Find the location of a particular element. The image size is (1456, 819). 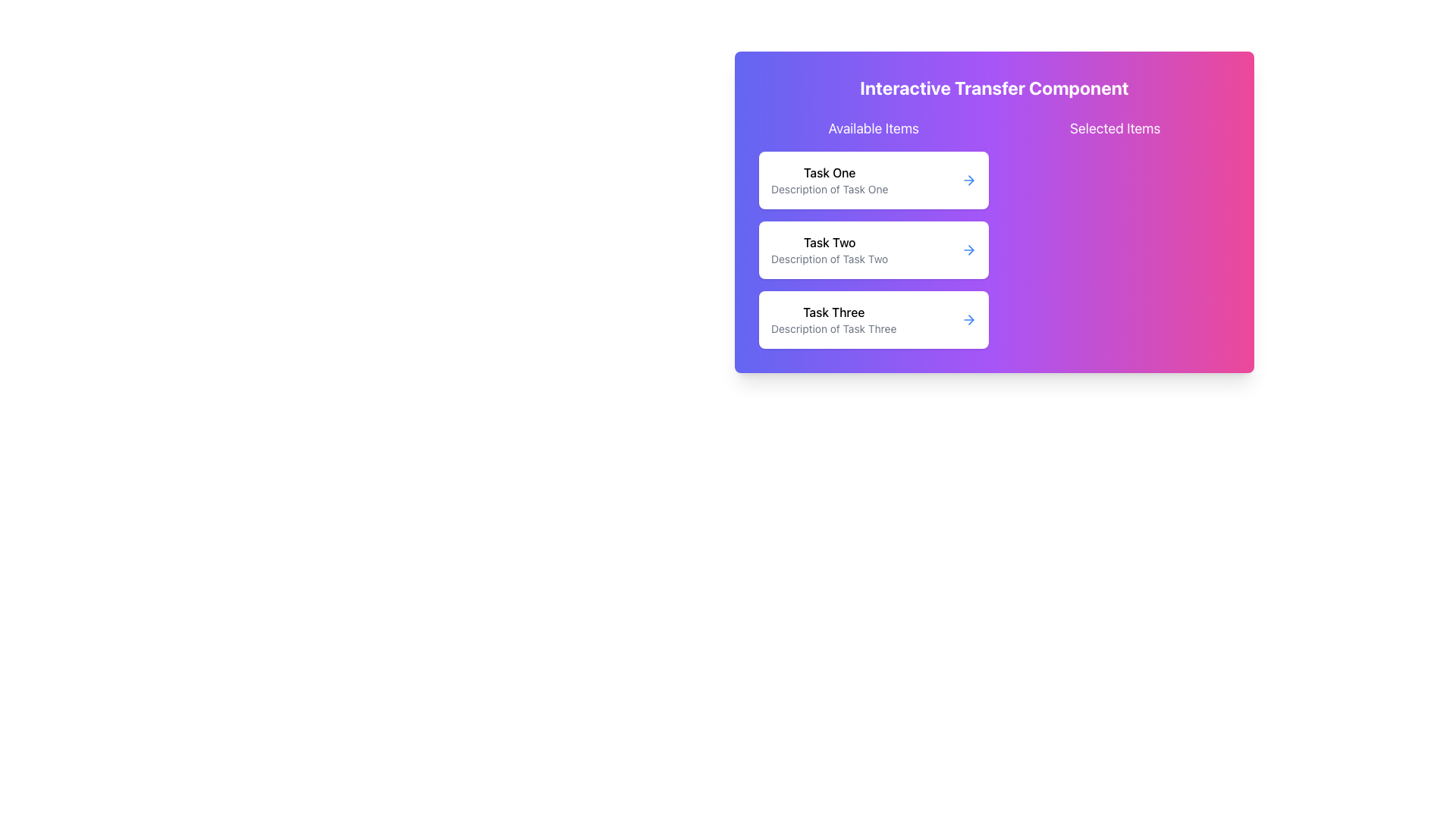

the arrow icon on the far-right side of the 'Task One' card in the 'Available Items' section to receive visual feedback is located at coordinates (968, 180).